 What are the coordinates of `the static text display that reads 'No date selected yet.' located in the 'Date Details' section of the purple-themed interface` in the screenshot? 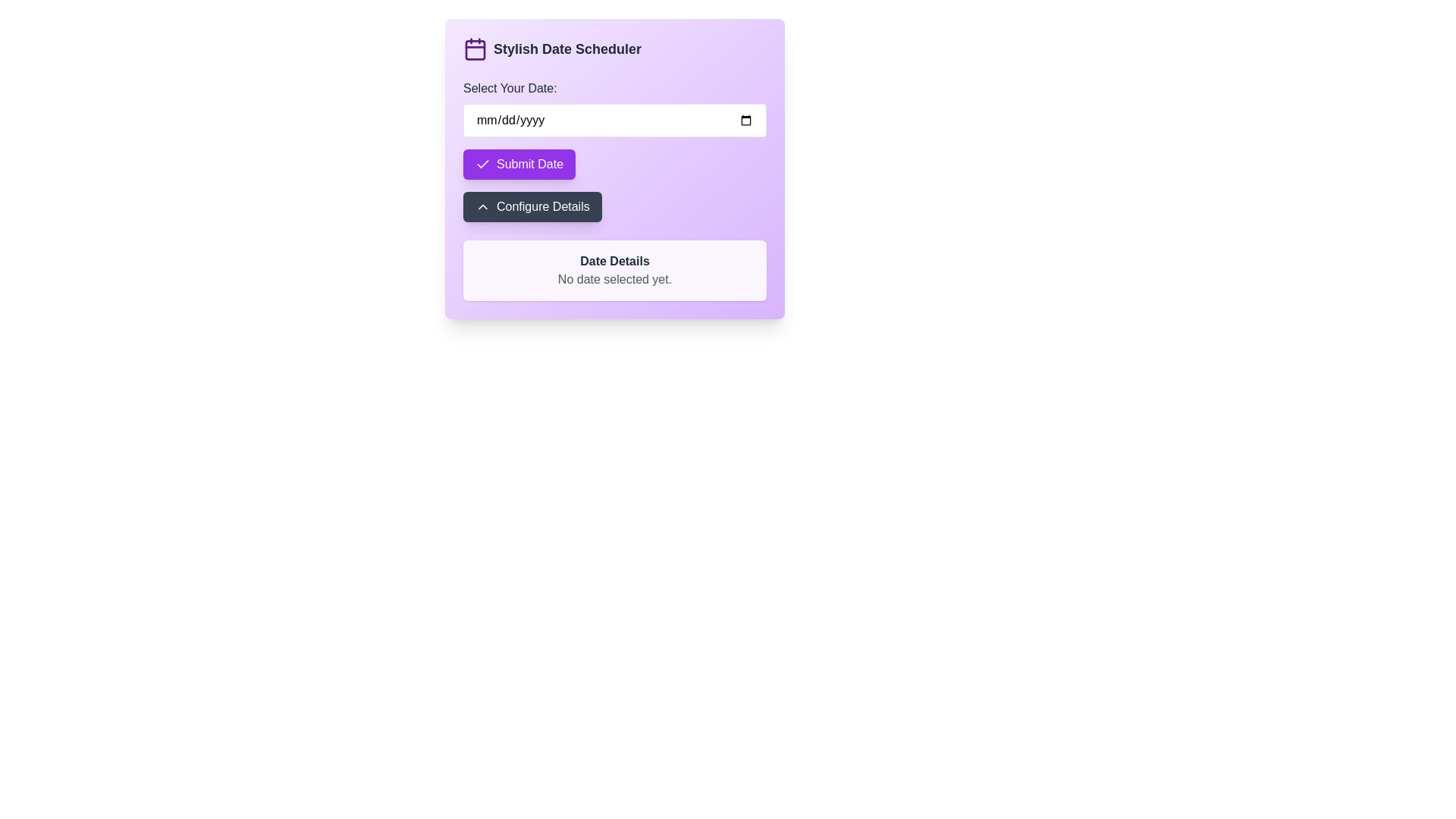 It's located at (615, 280).